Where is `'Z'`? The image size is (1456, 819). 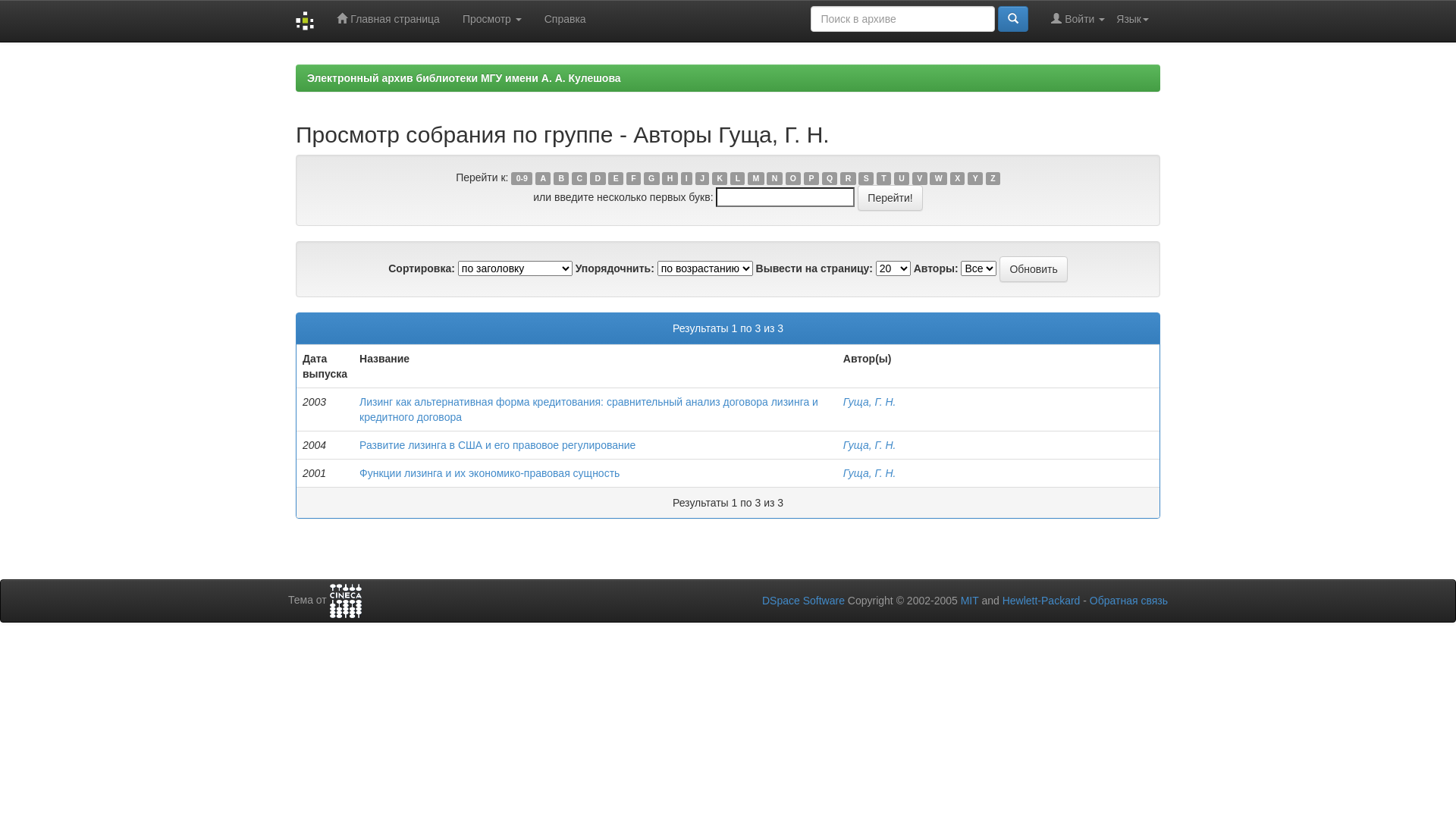 'Z' is located at coordinates (993, 177).